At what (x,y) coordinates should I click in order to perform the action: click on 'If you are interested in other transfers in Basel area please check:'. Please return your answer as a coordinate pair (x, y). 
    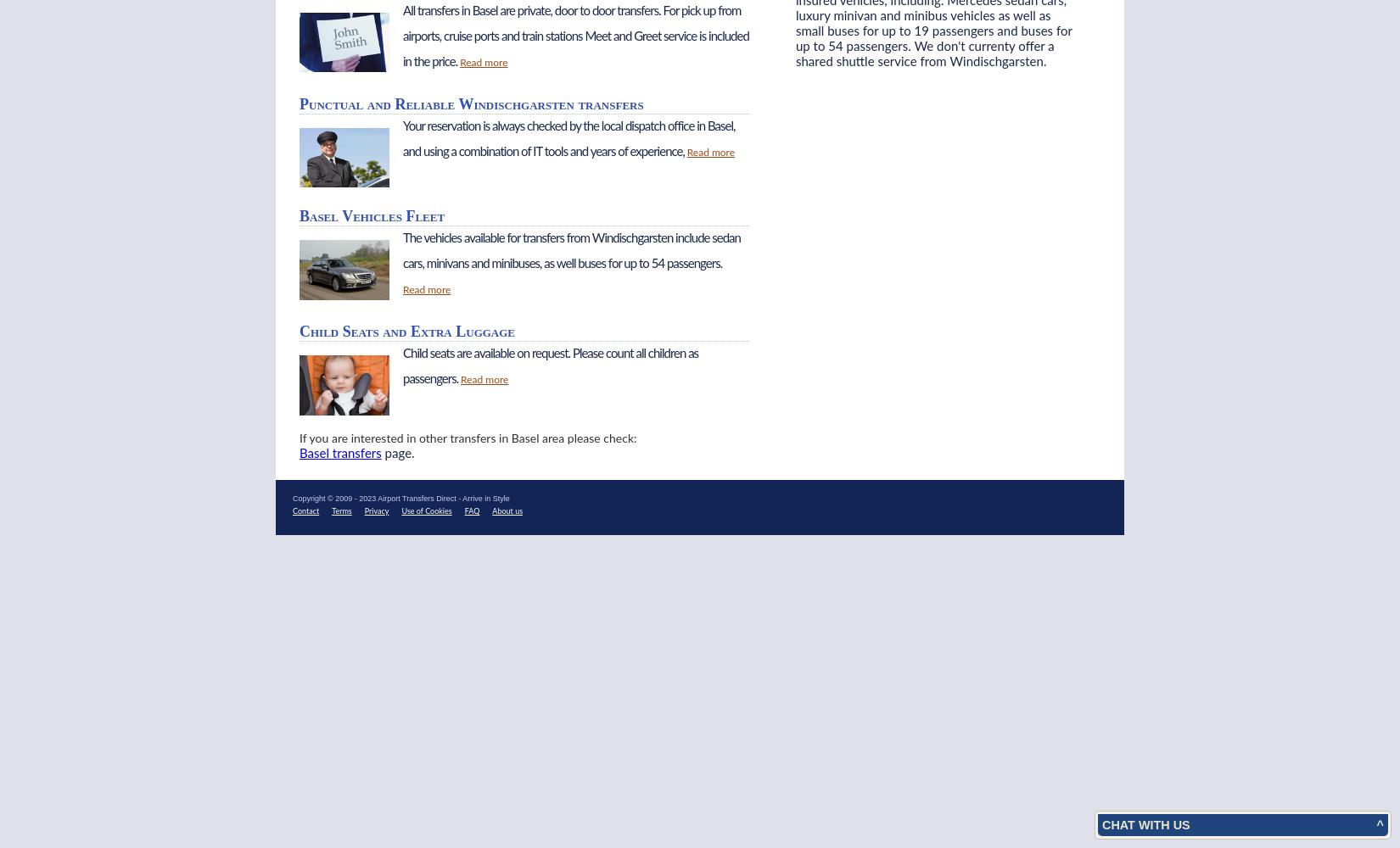
    Looking at the image, I should click on (299, 438).